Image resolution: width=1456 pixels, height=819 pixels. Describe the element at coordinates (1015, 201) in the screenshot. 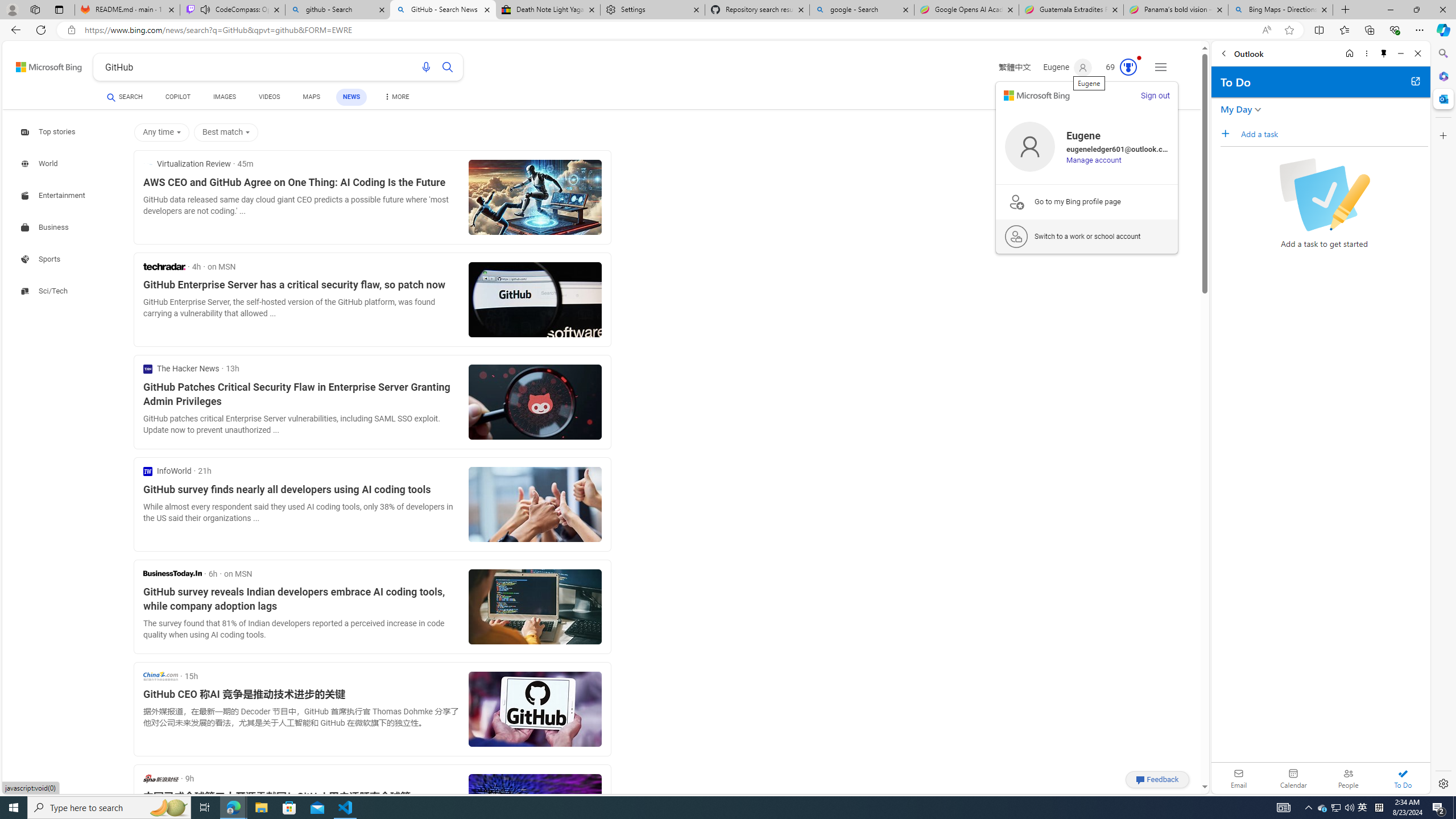

I see `'Bing Pages Upsell Logo'` at that location.